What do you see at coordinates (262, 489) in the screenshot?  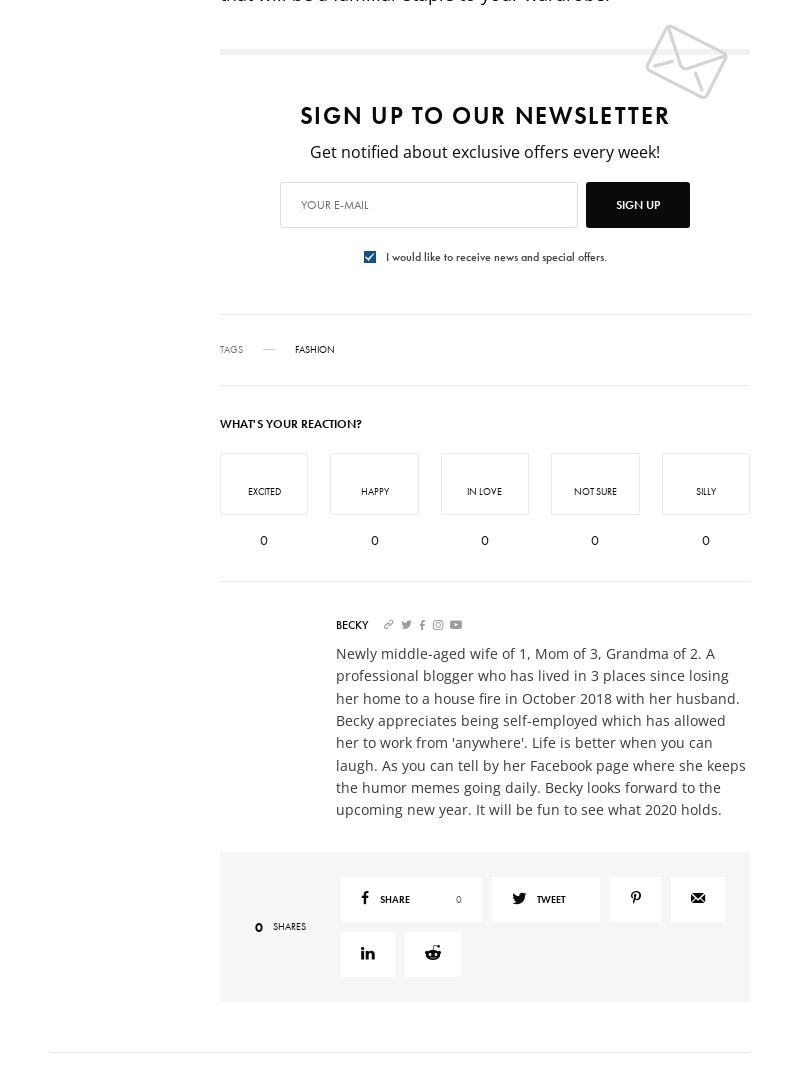 I see `'Excited'` at bounding box center [262, 489].